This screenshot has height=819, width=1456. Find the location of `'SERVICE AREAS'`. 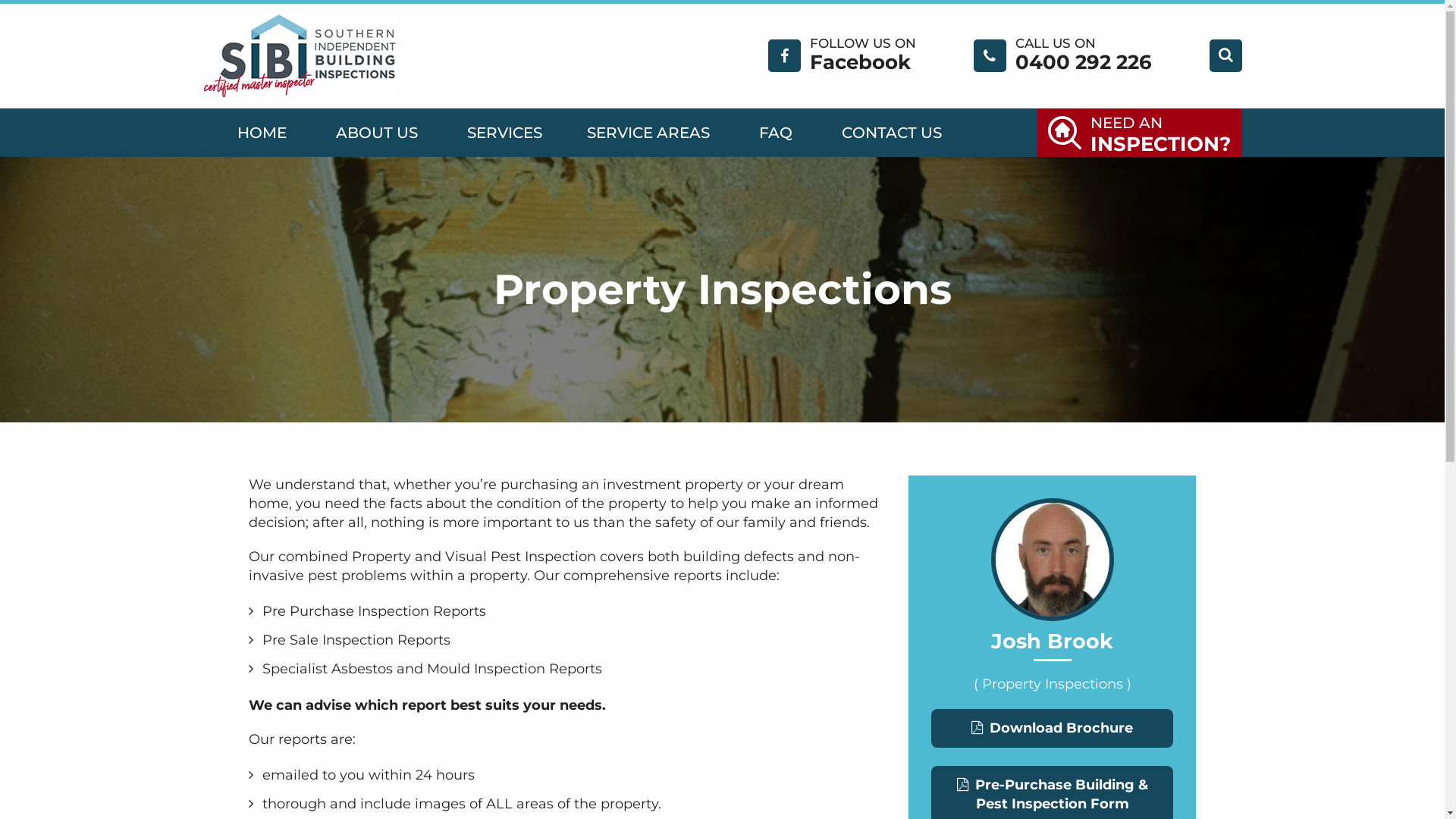

'SERVICE AREAS' is located at coordinates (648, 131).